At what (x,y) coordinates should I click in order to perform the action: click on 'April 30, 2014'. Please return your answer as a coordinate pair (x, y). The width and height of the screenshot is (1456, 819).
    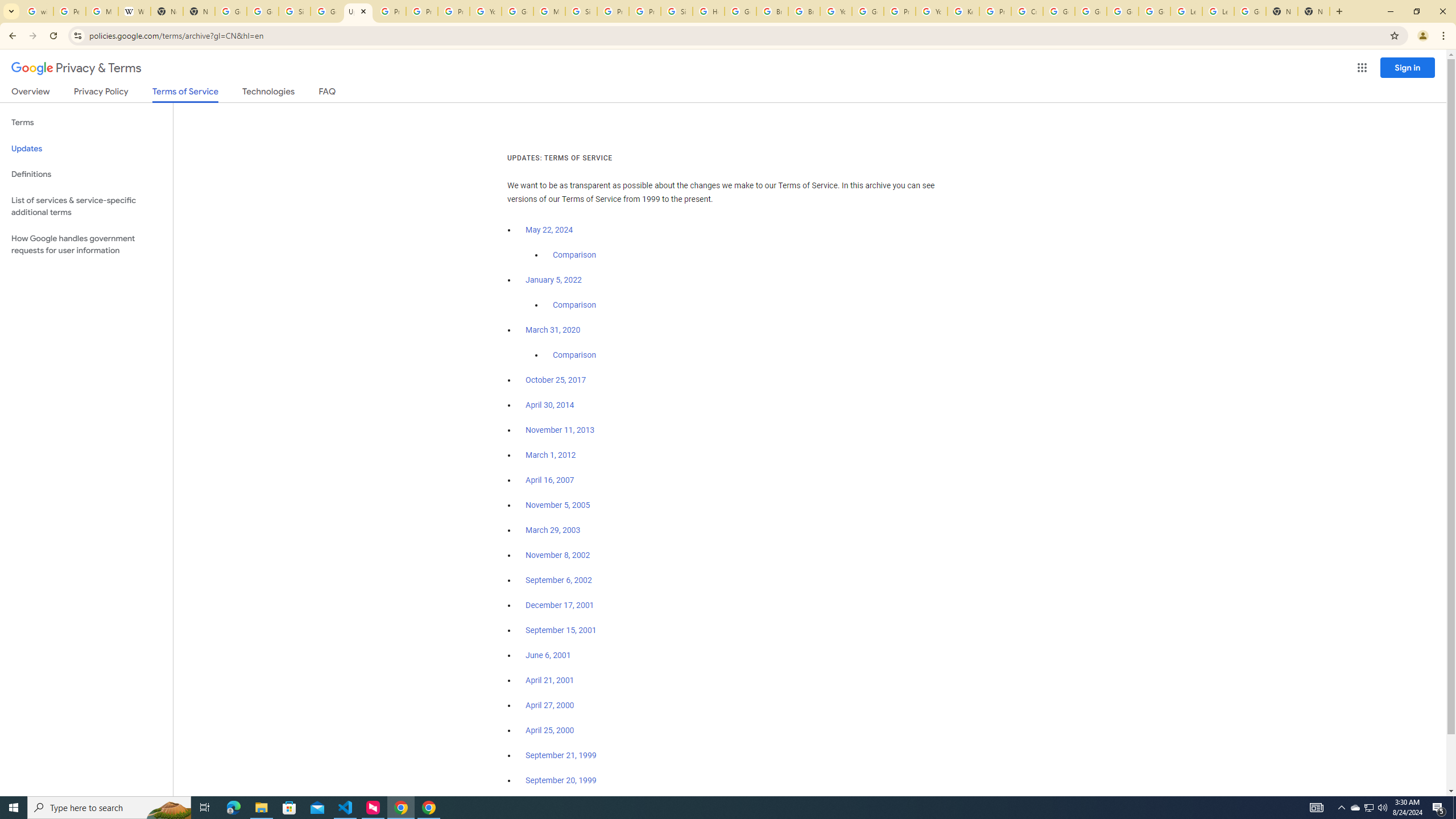
    Looking at the image, I should click on (549, 405).